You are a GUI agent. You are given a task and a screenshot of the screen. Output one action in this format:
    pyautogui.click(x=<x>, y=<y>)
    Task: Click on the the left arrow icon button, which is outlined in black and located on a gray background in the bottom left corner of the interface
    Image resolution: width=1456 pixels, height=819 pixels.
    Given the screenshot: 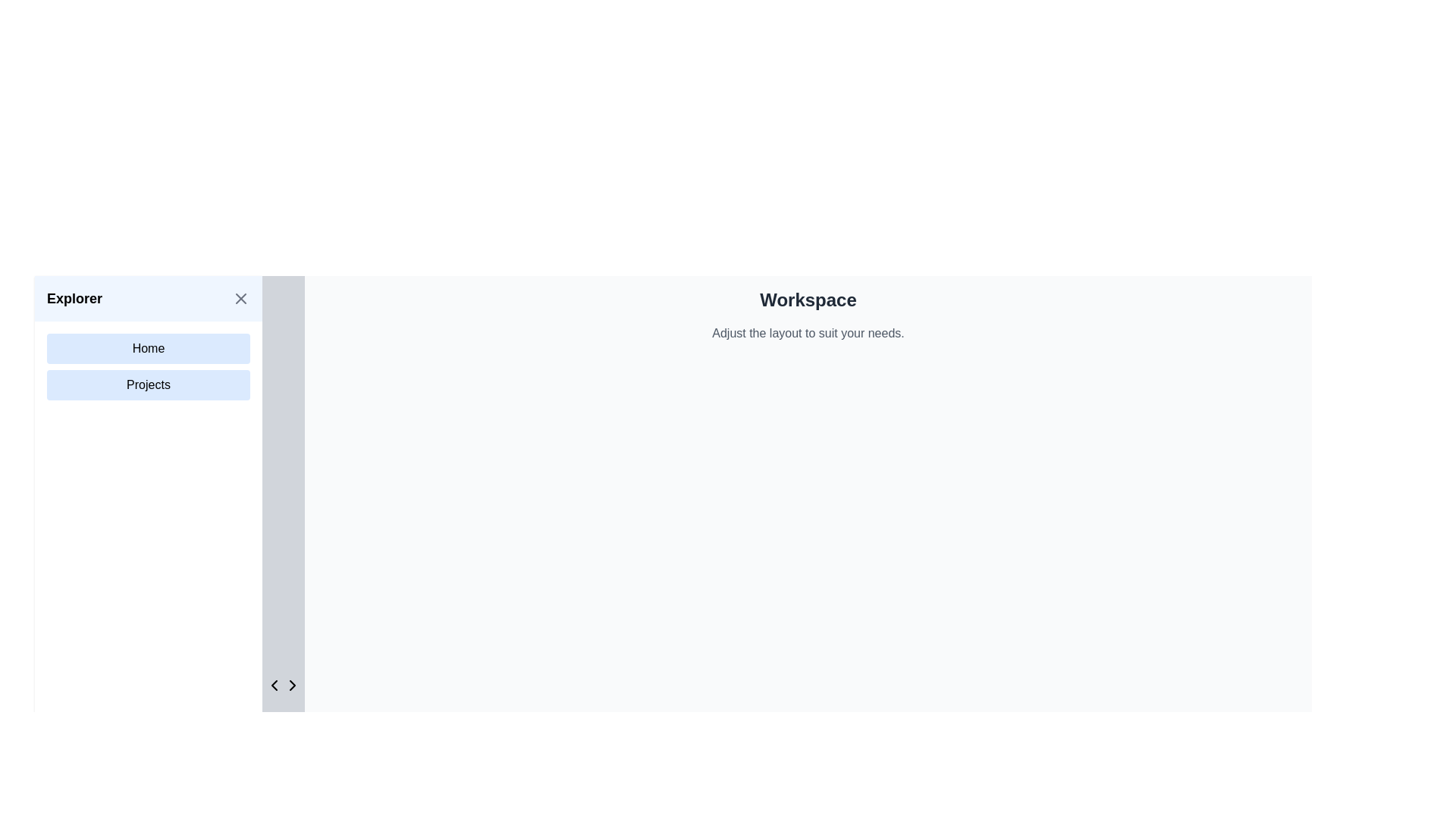 What is the action you would take?
    pyautogui.click(x=274, y=685)
    